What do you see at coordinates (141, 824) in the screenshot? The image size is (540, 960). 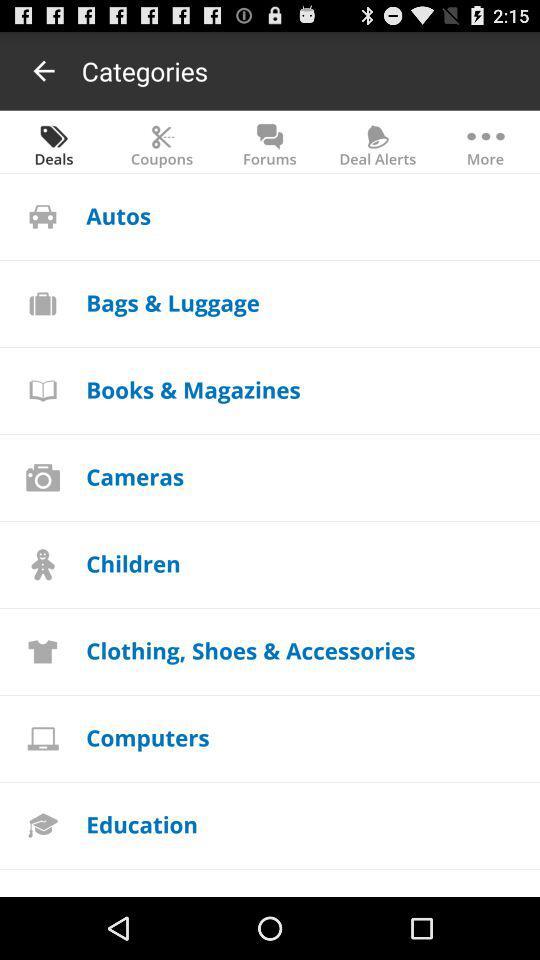 I see `icon above the entertainment` at bounding box center [141, 824].